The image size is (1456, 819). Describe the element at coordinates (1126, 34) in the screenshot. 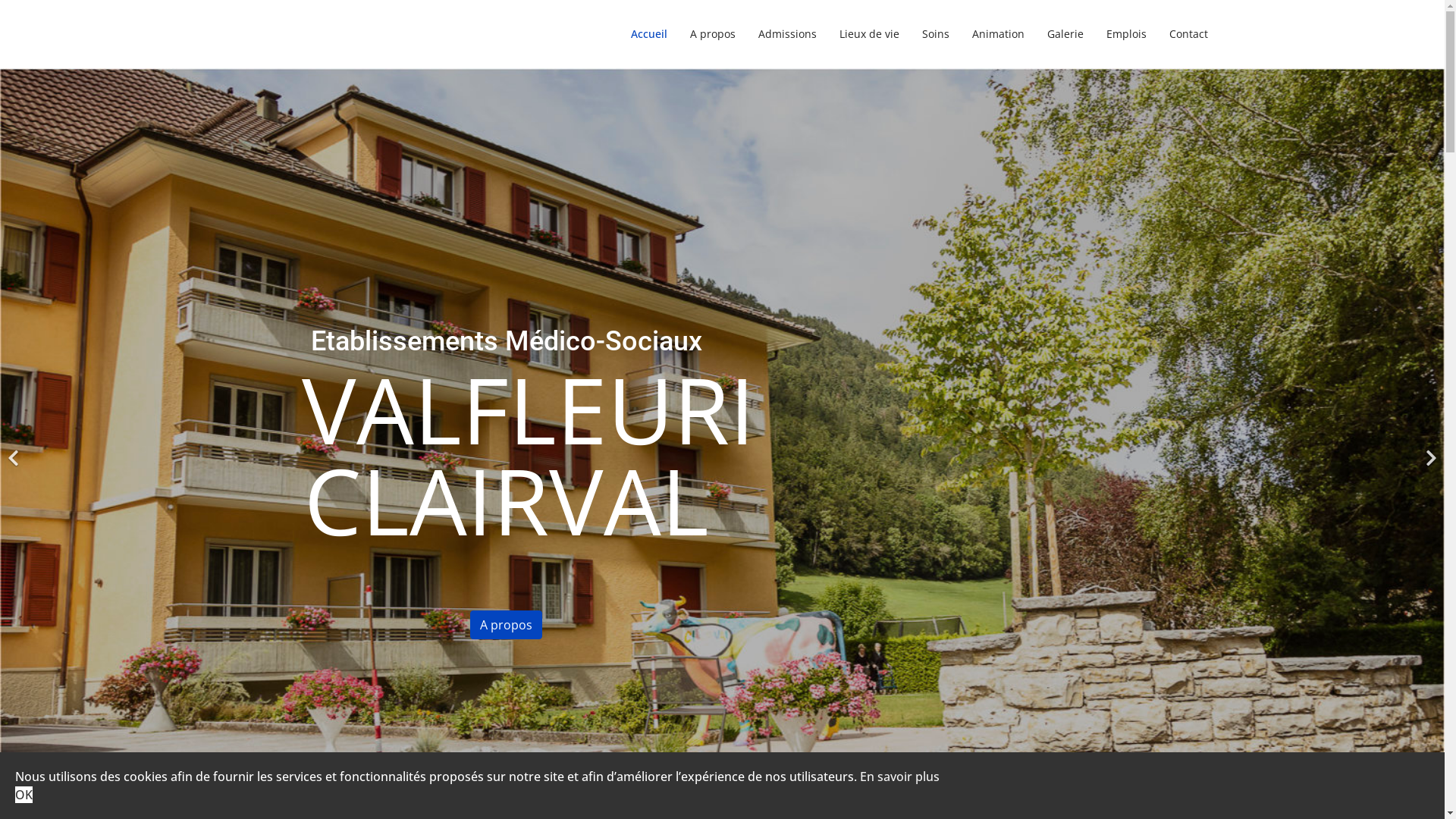

I see `'Emplois'` at that location.